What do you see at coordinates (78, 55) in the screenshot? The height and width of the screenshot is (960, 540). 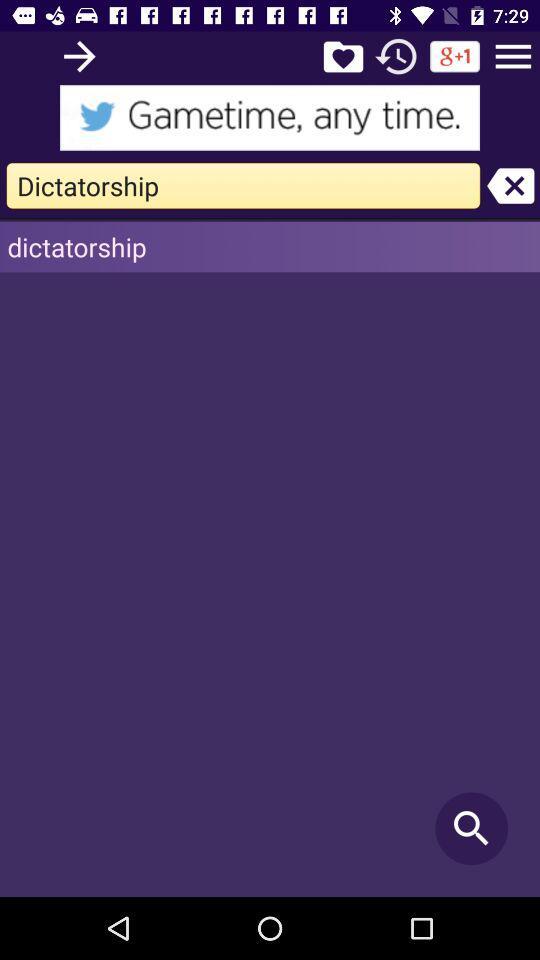 I see `next` at bounding box center [78, 55].